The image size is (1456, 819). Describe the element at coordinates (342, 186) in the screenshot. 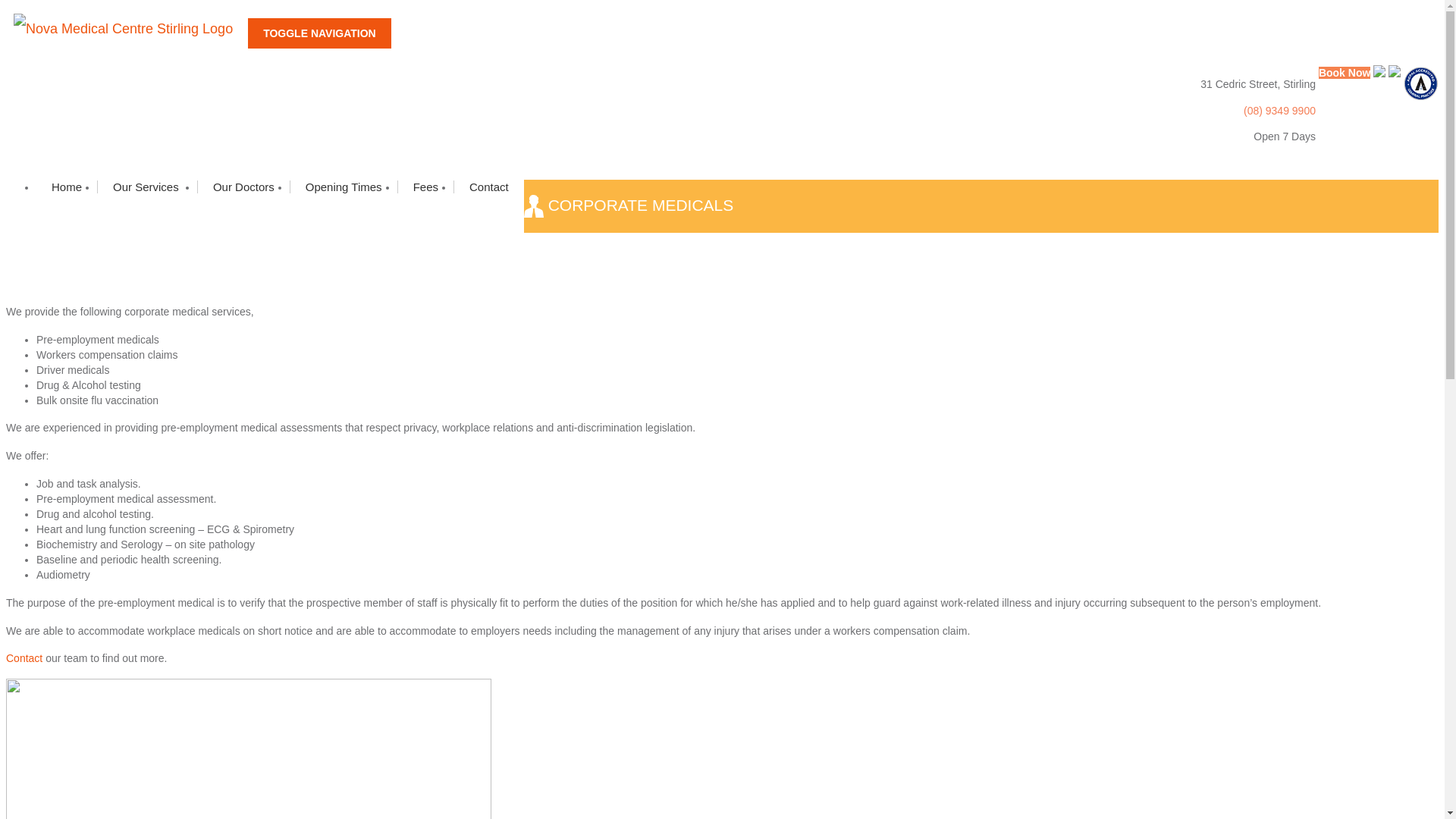

I see `'Opening Times'` at that location.